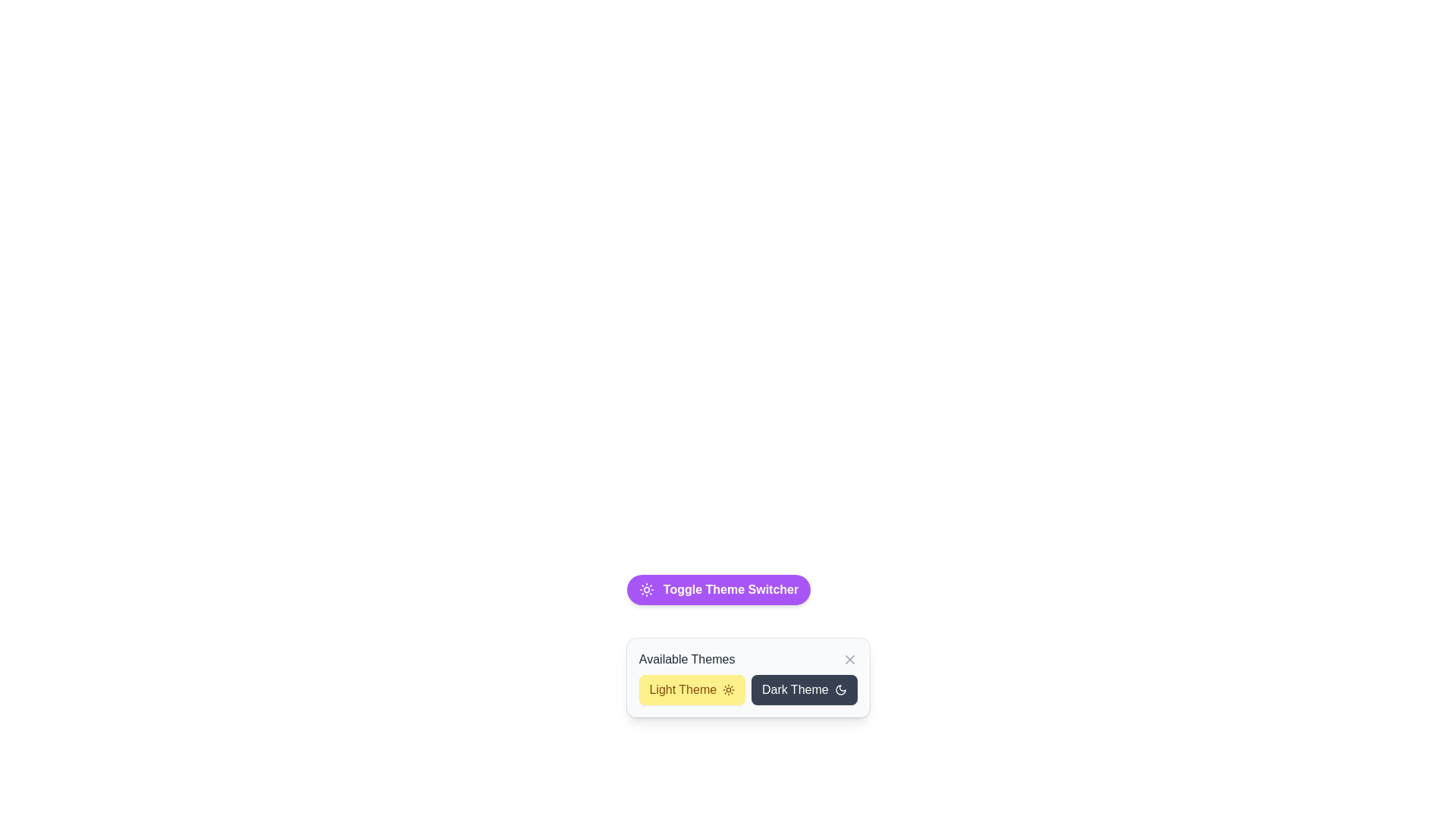 The height and width of the screenshot is (819, 1456). Describe the element at coordinates (718, 589) in the screenshot. I see `the 'Toggle Theme Switcher' button, which is a horizontally rectangular button with a vibrant purple background and white text` at that location.